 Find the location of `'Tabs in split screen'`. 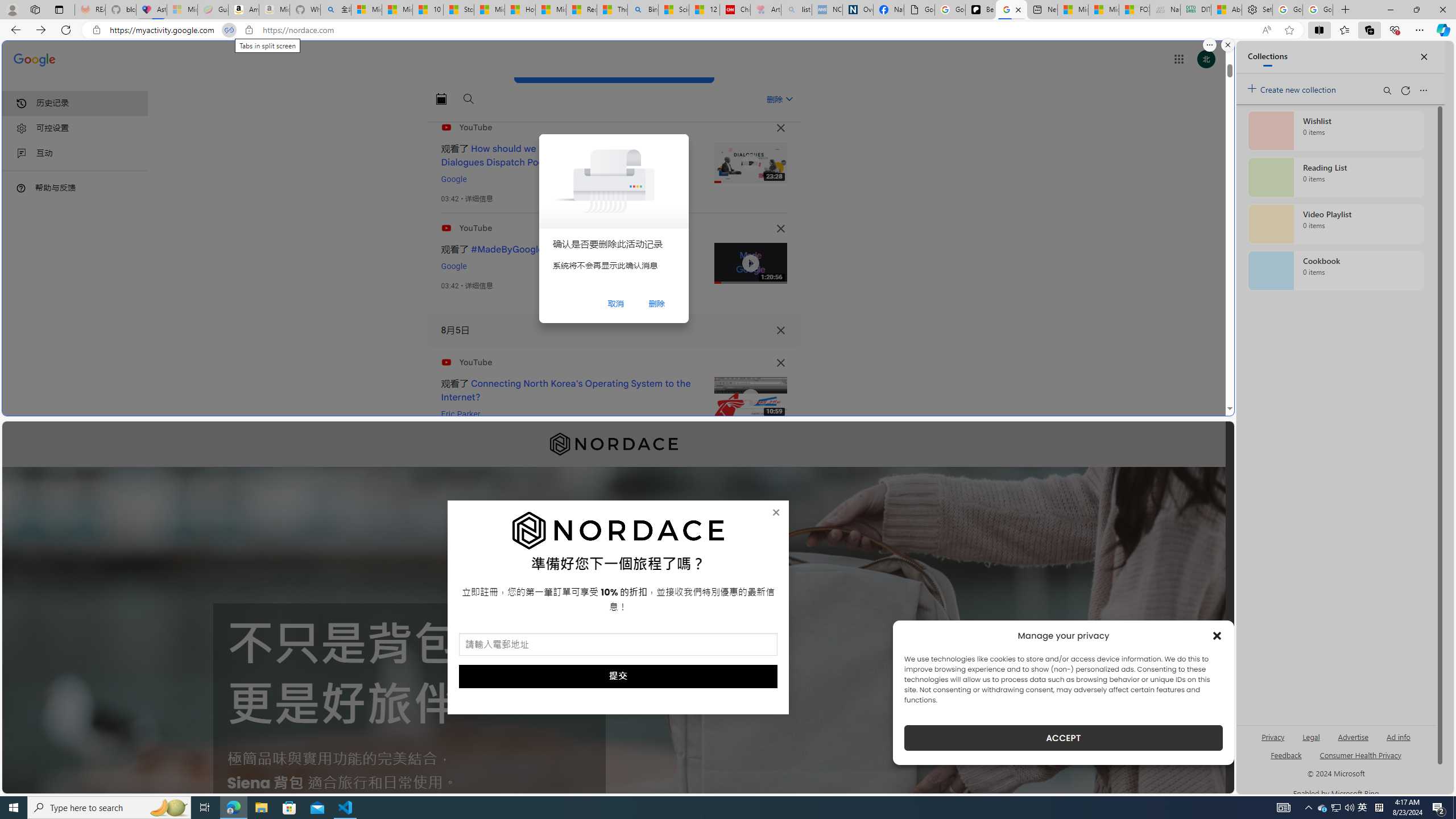

'Tabs in split screen' is located at coordinates (227, 30).